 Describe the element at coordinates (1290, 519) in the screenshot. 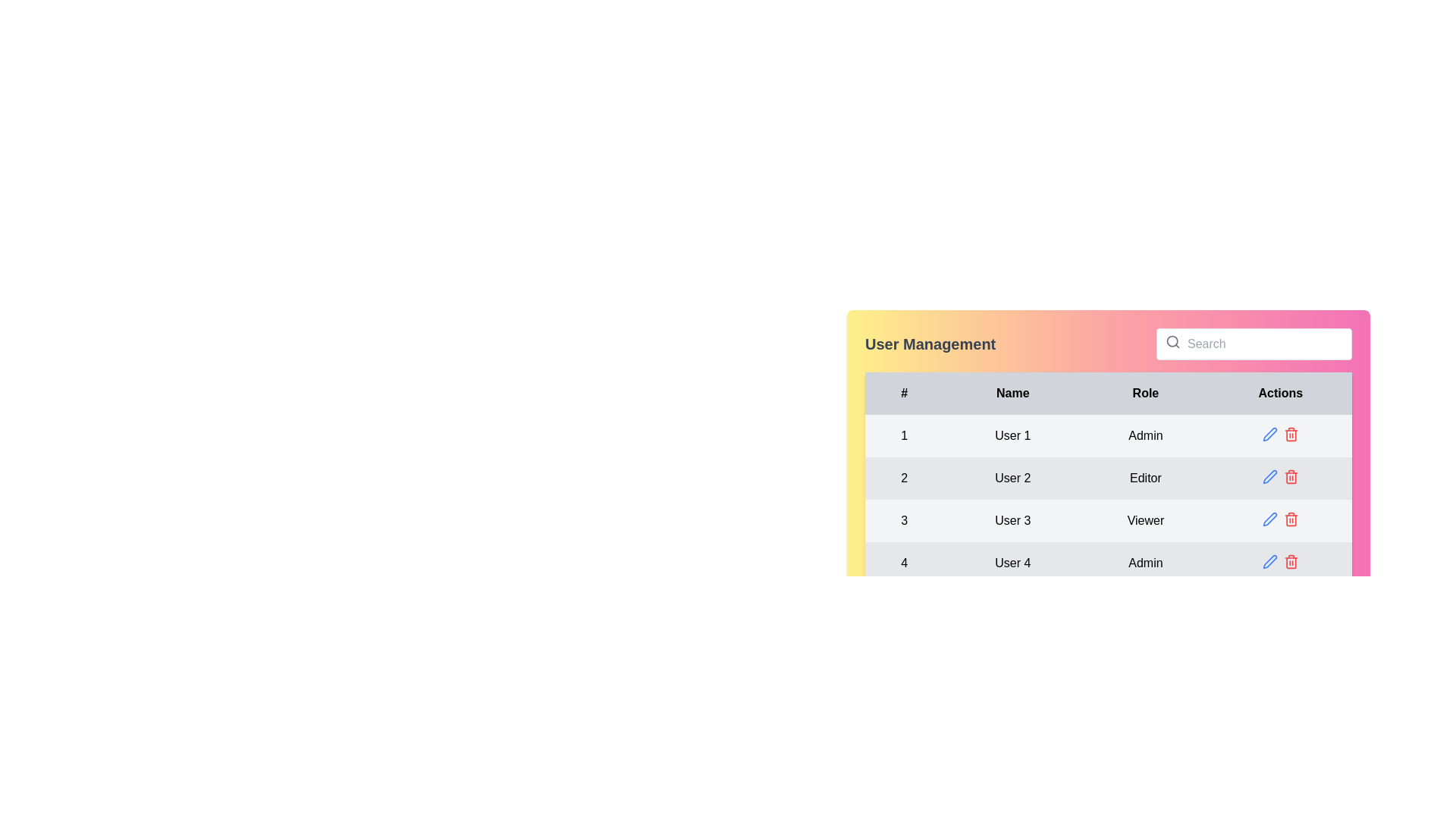

I see `the delete button icon for 'User 3' in the 'Actions' column` at that location.